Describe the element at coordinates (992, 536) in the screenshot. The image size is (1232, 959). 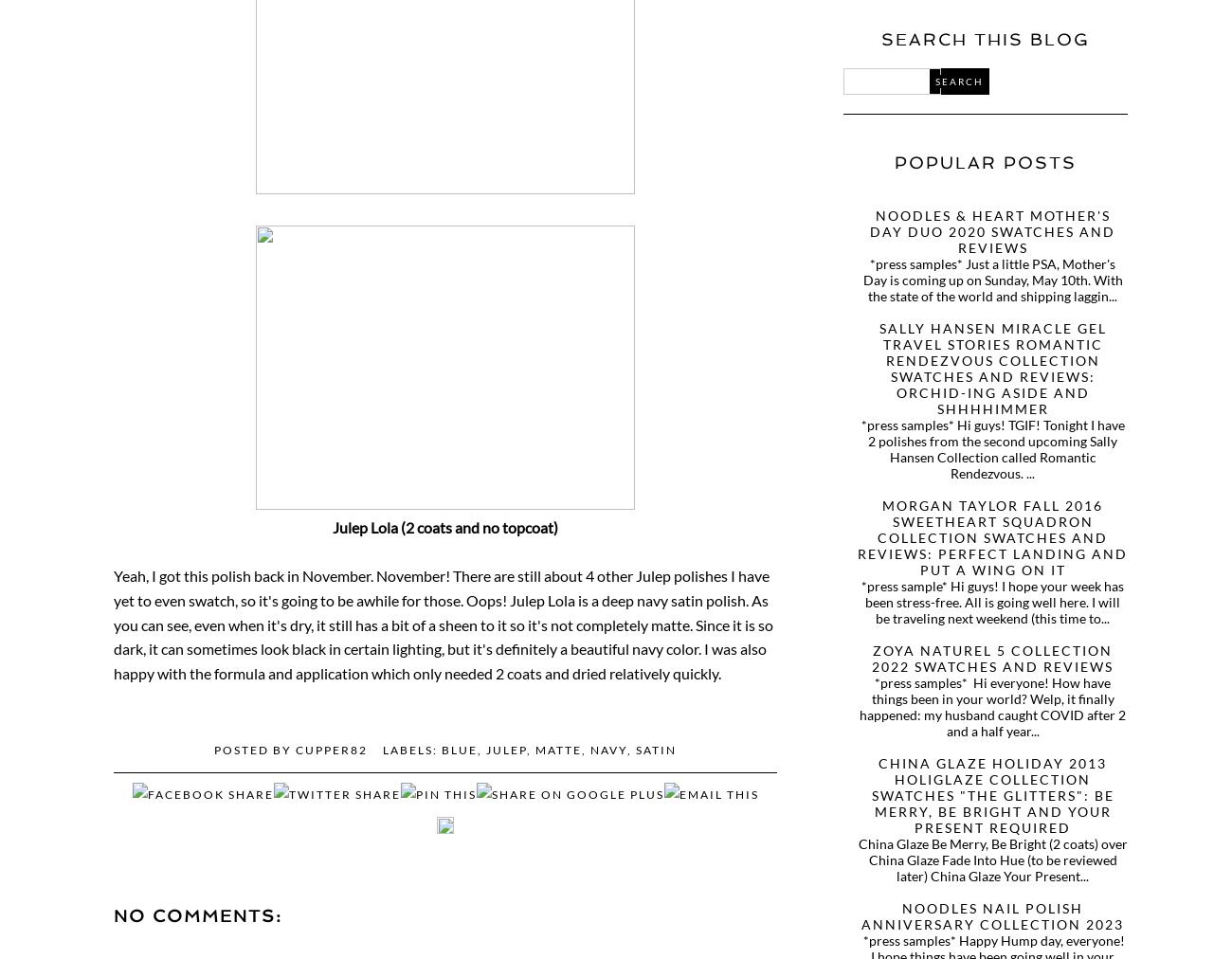
I see `'Morgan Taylor Fall 2016 Sweetheart Squadron Collection Swatches and Reviews: Perfect Landing and Put a Wing On It'` at that location.